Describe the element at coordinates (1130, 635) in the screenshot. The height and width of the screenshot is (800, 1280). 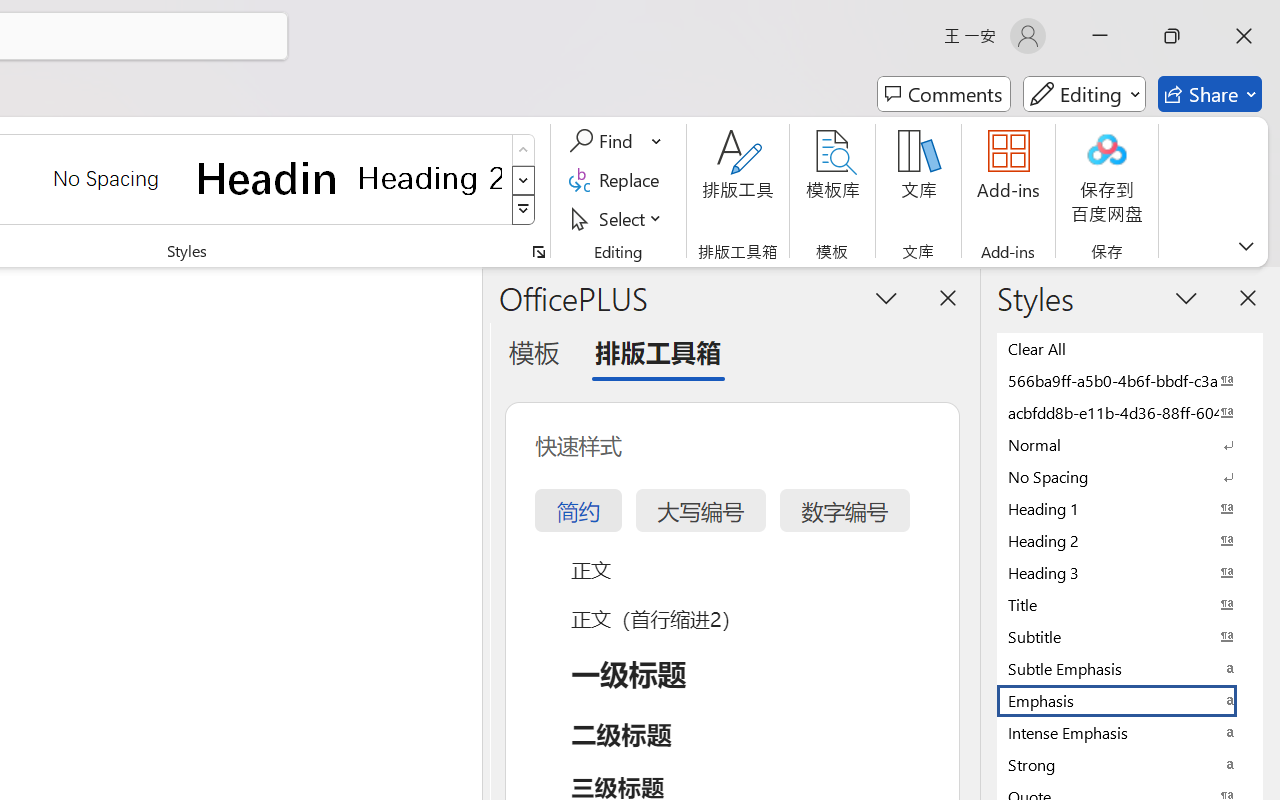
I see `'Subtitle'` at that location.